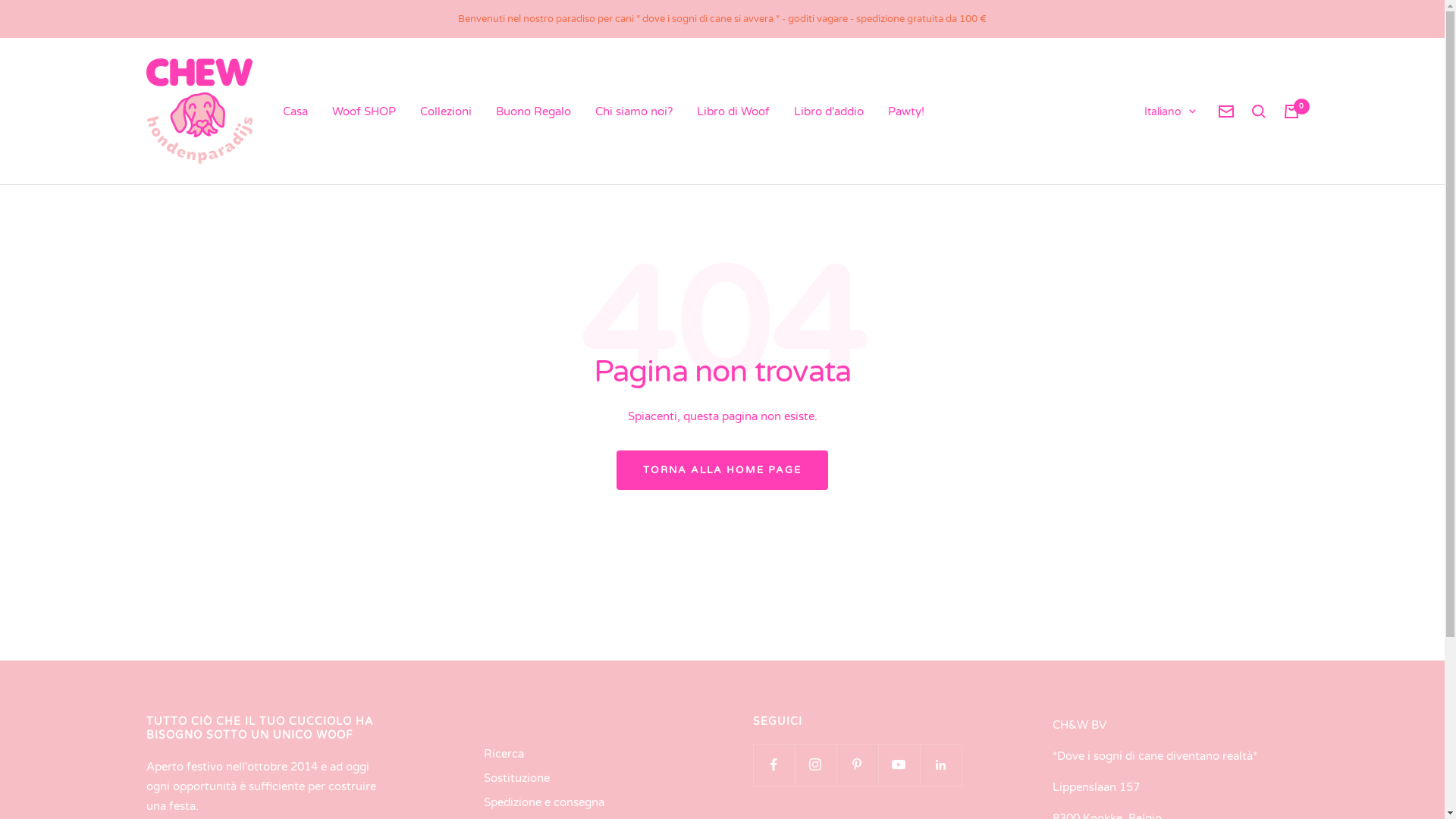 The height and width of the screenshot is (819, 1456). Describe the element at coordinates (827, 110) in the screenshot. I see `'Libro d'addio'` at that location.